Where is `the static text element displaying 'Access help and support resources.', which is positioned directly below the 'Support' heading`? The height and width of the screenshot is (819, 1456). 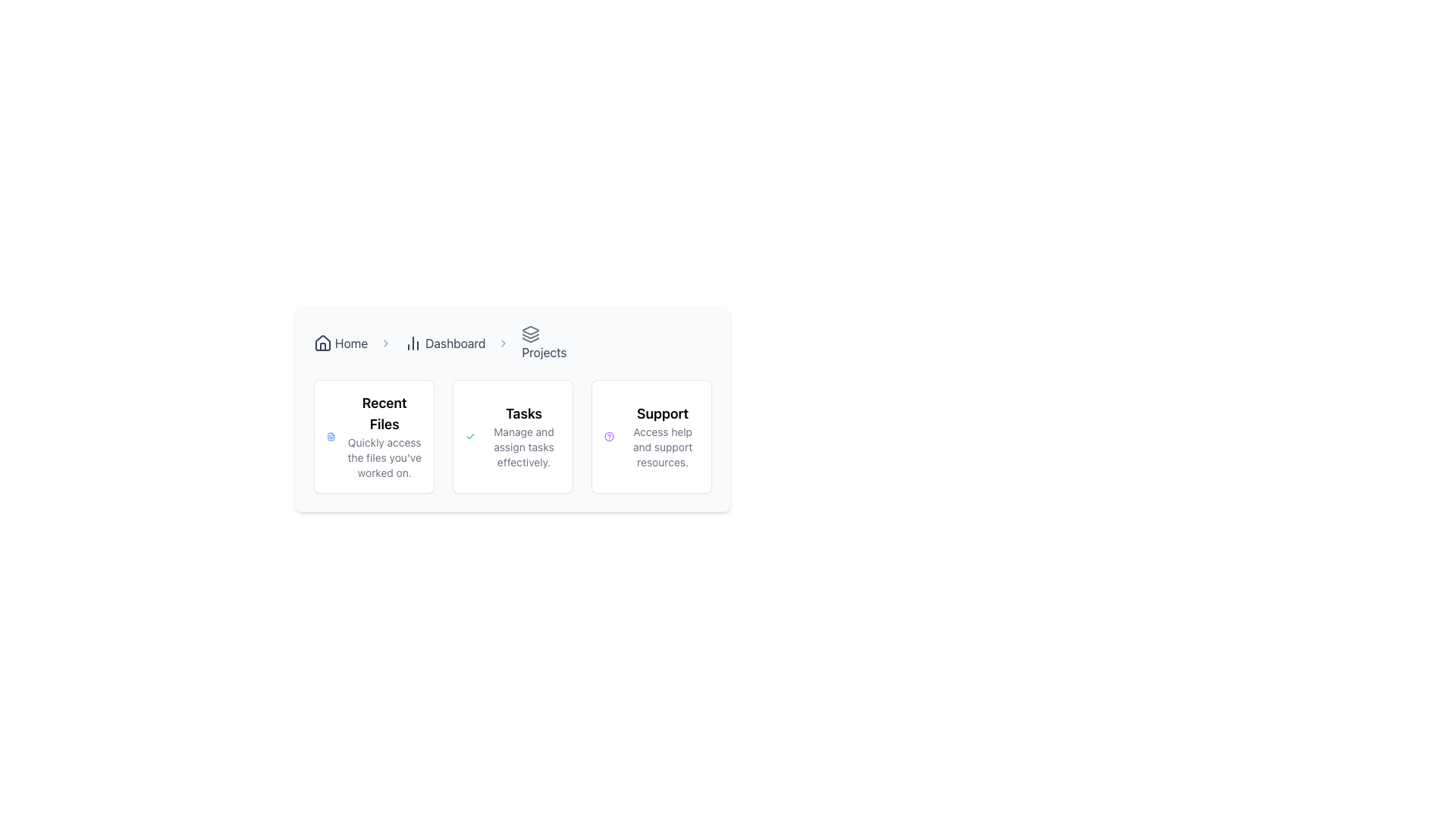
the static text element displaying 'Access help and support resources.', which is positioned directly below the 'Support' heading is located at coordinates (663, 447).